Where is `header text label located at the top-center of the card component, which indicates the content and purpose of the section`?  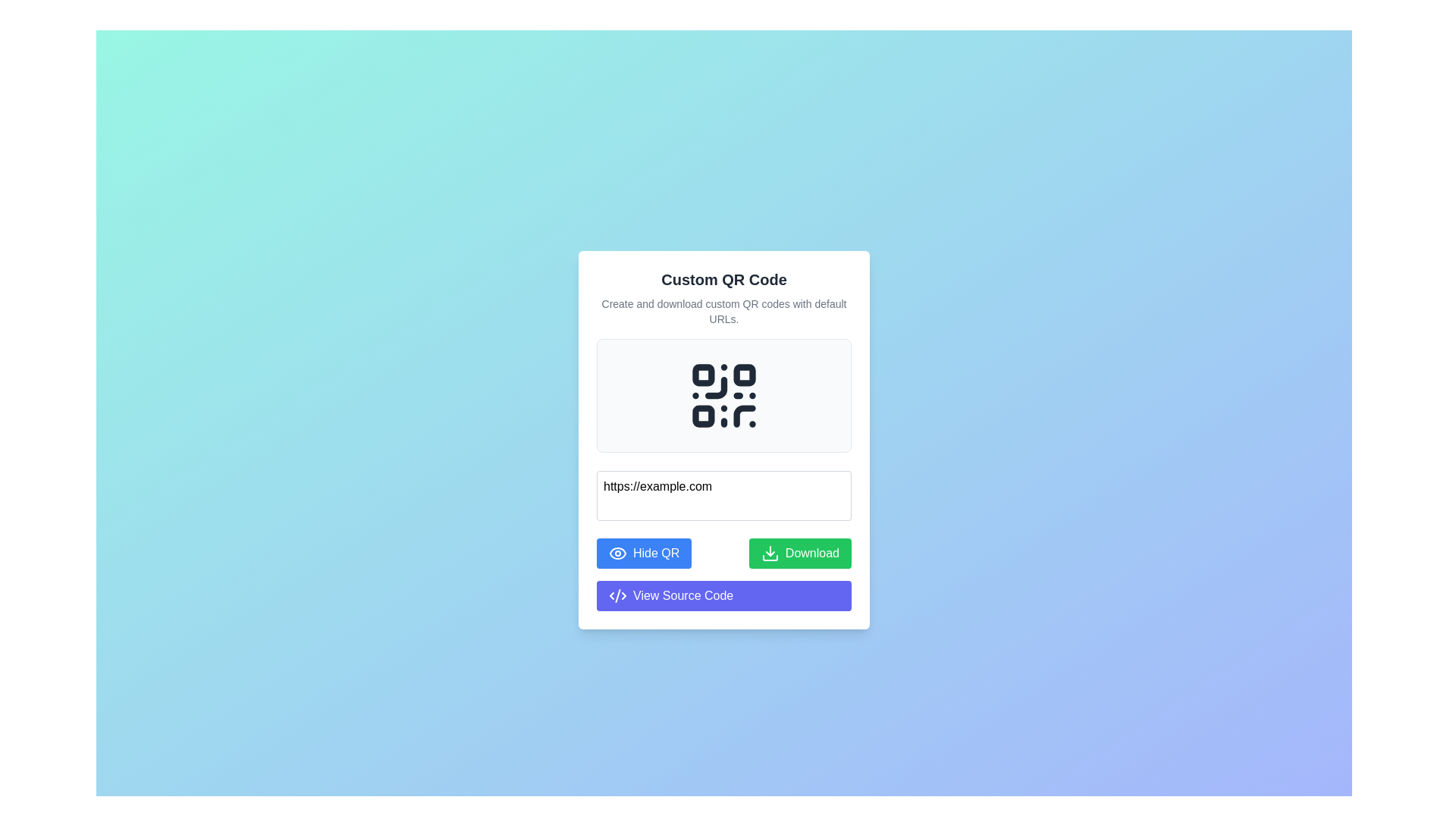
header text label located at the top-center of the card component, which indicates the content and purpose of the section is located at coordinates (723, 279).